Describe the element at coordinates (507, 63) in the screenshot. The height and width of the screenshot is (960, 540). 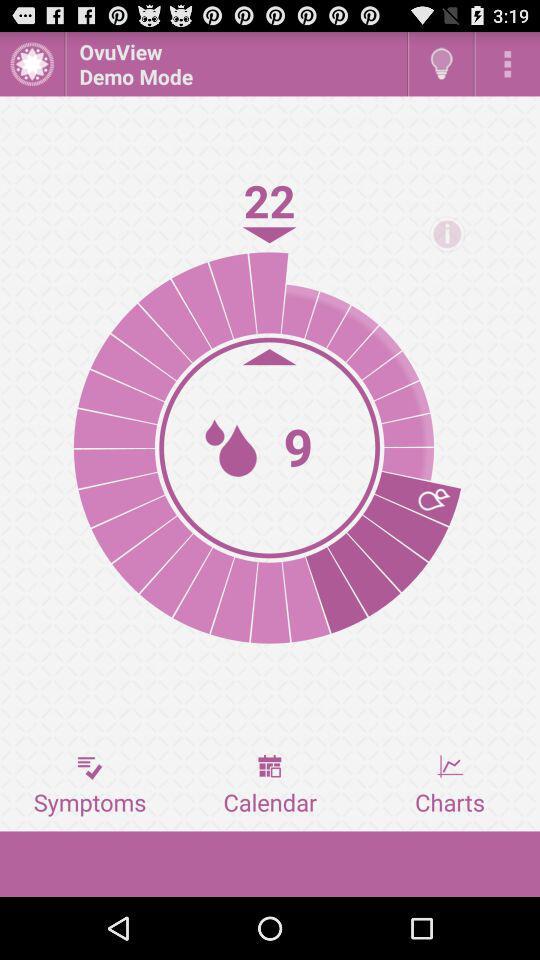
I see `ovuviue demo mode` at that location.